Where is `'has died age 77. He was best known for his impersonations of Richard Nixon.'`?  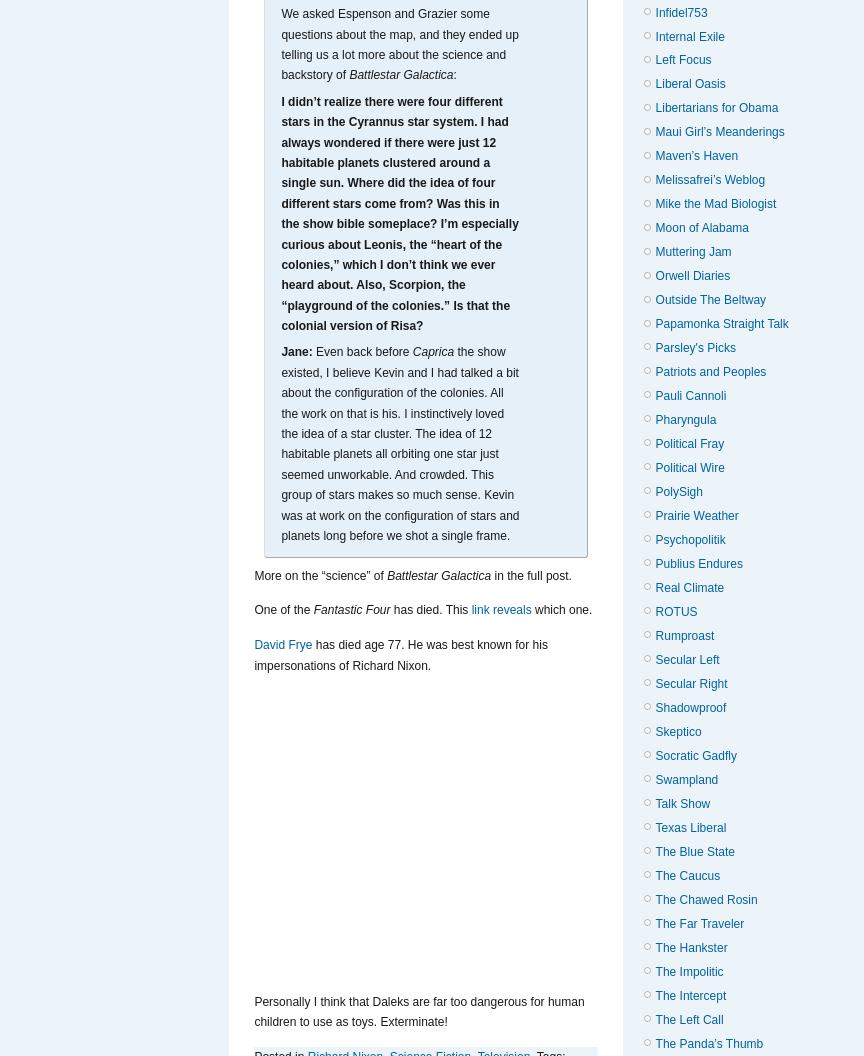
'has died age 77. He was best known for his impersonations of Richard Nixon.' is located at coordinates (254, 654).